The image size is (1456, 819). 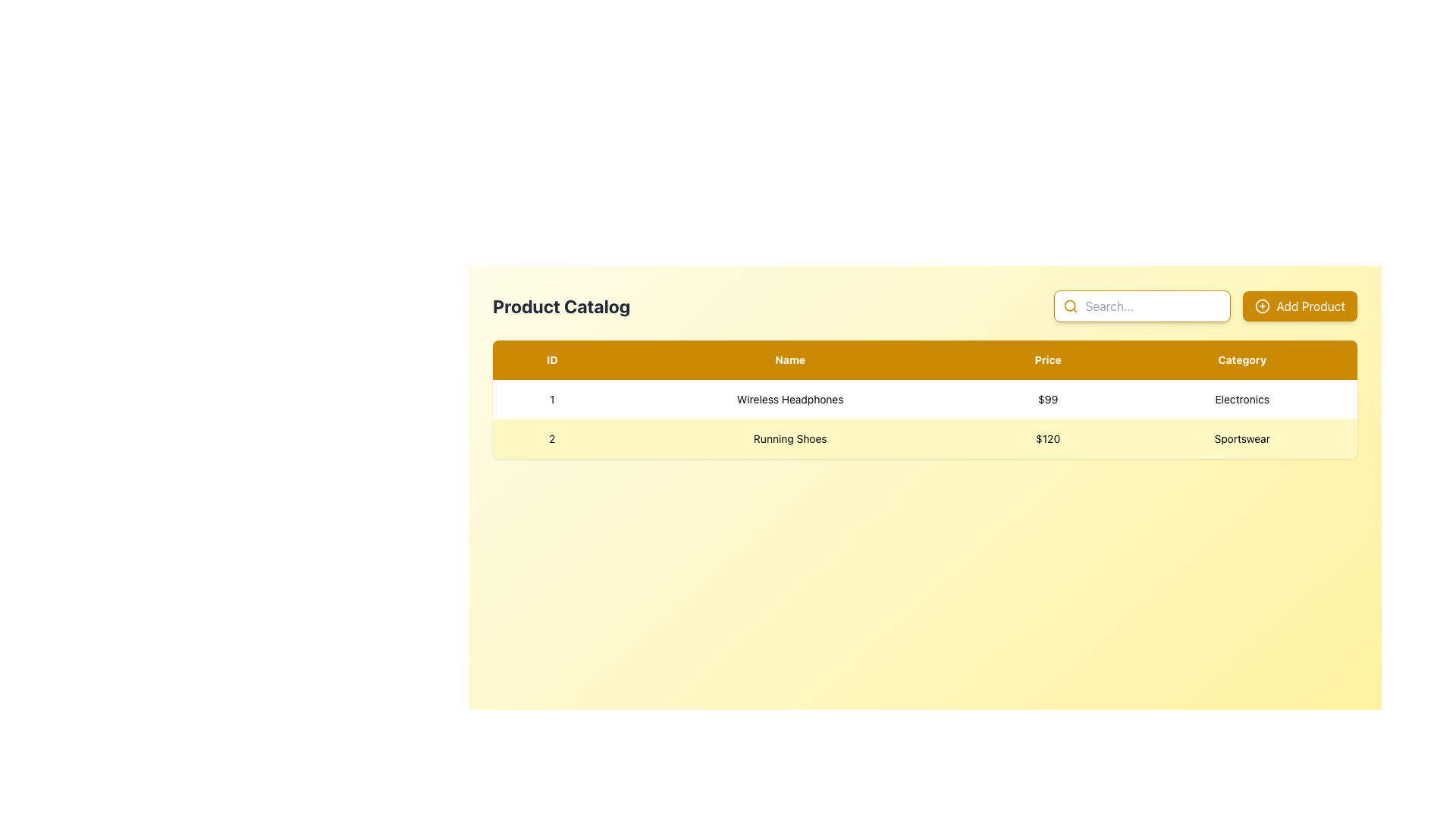 What do you see at coordinates (1263, 306) in the screenshot?
I see `the circular plus icon with a yellow fill and white outline located to the left of the 'Add Product' button` at bounding box center [1263, 306].